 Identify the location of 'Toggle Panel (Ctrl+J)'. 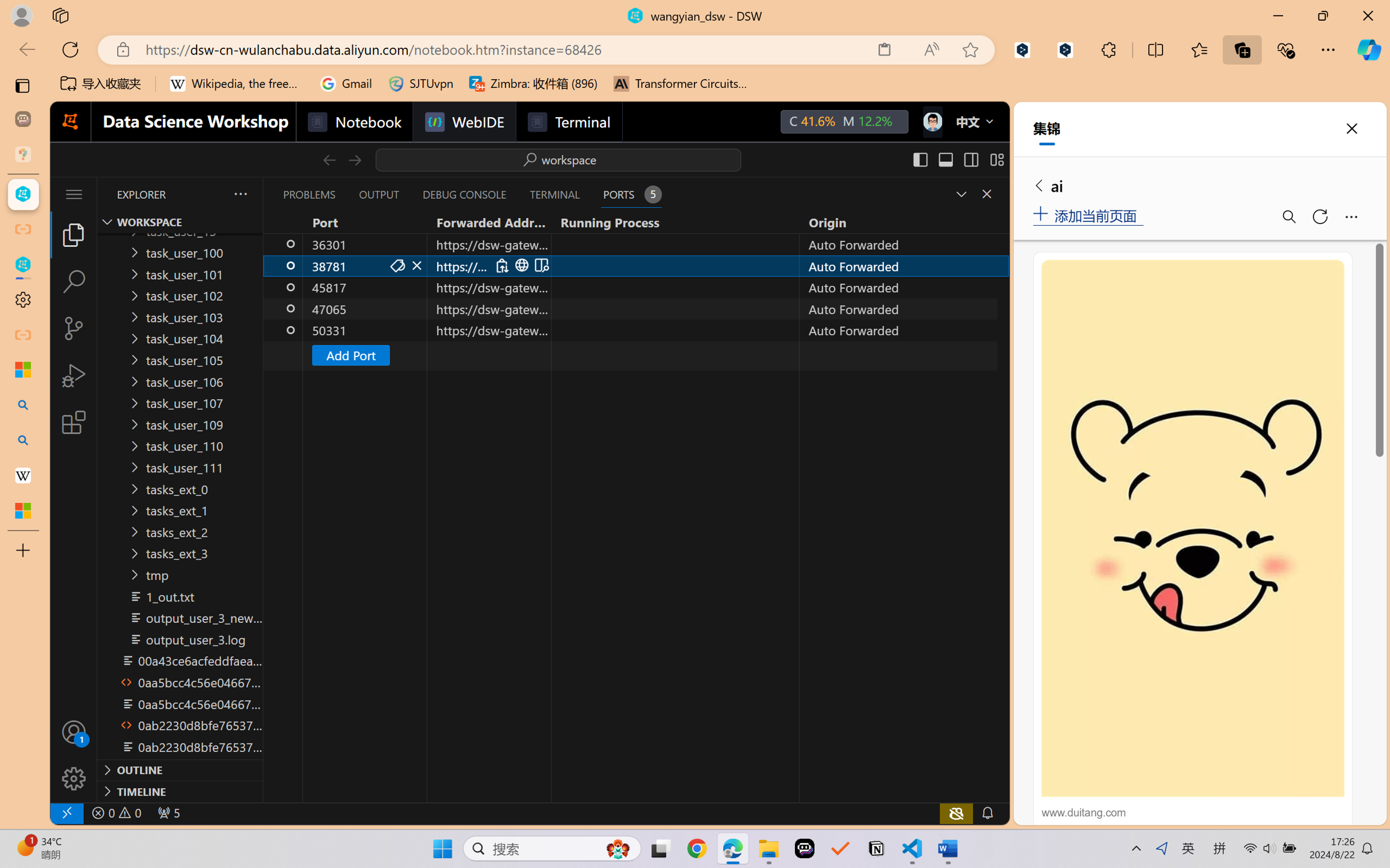
(945, 159).